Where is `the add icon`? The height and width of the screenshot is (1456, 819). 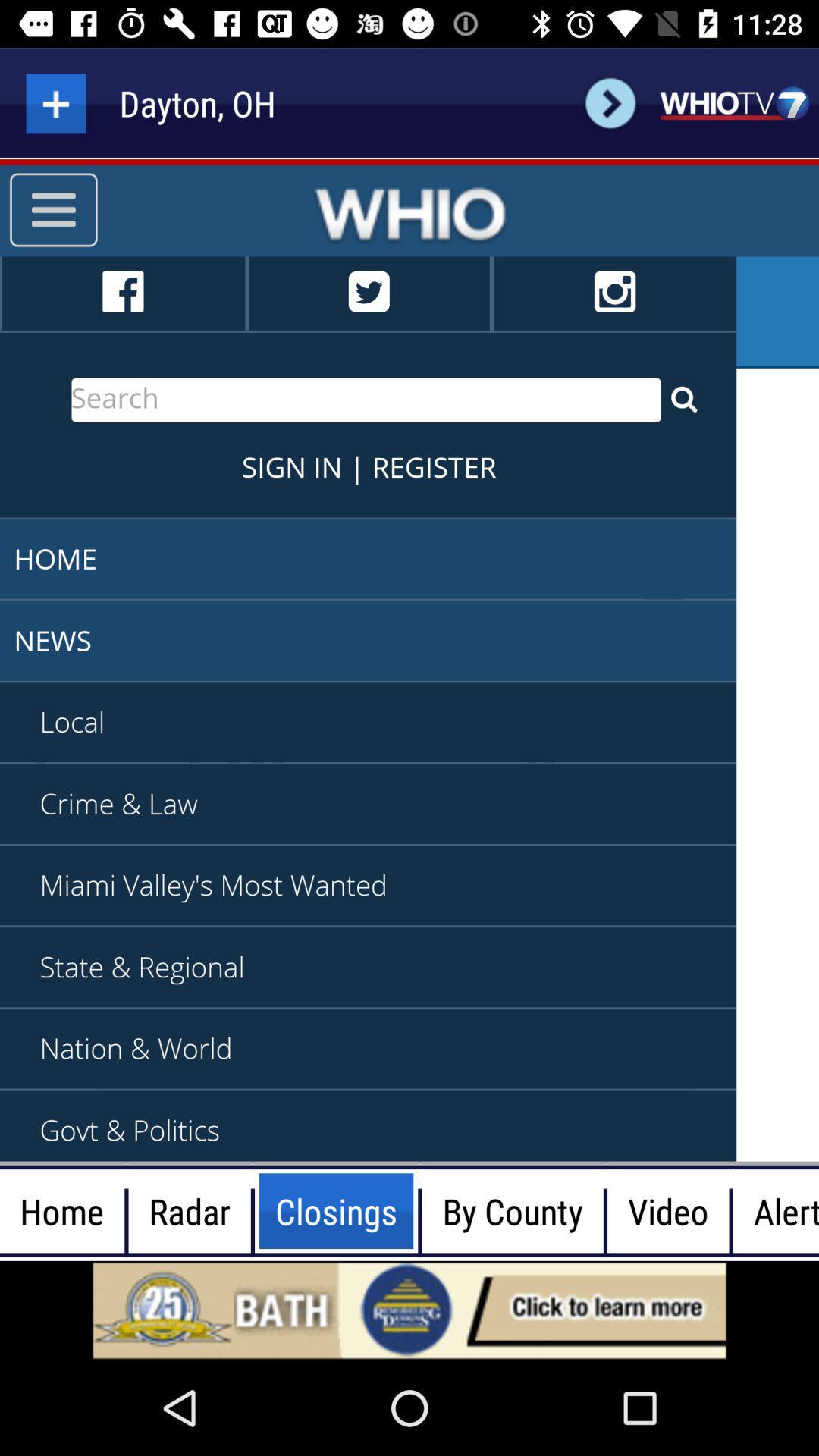 the add icon is located at coordinates (55, 102).